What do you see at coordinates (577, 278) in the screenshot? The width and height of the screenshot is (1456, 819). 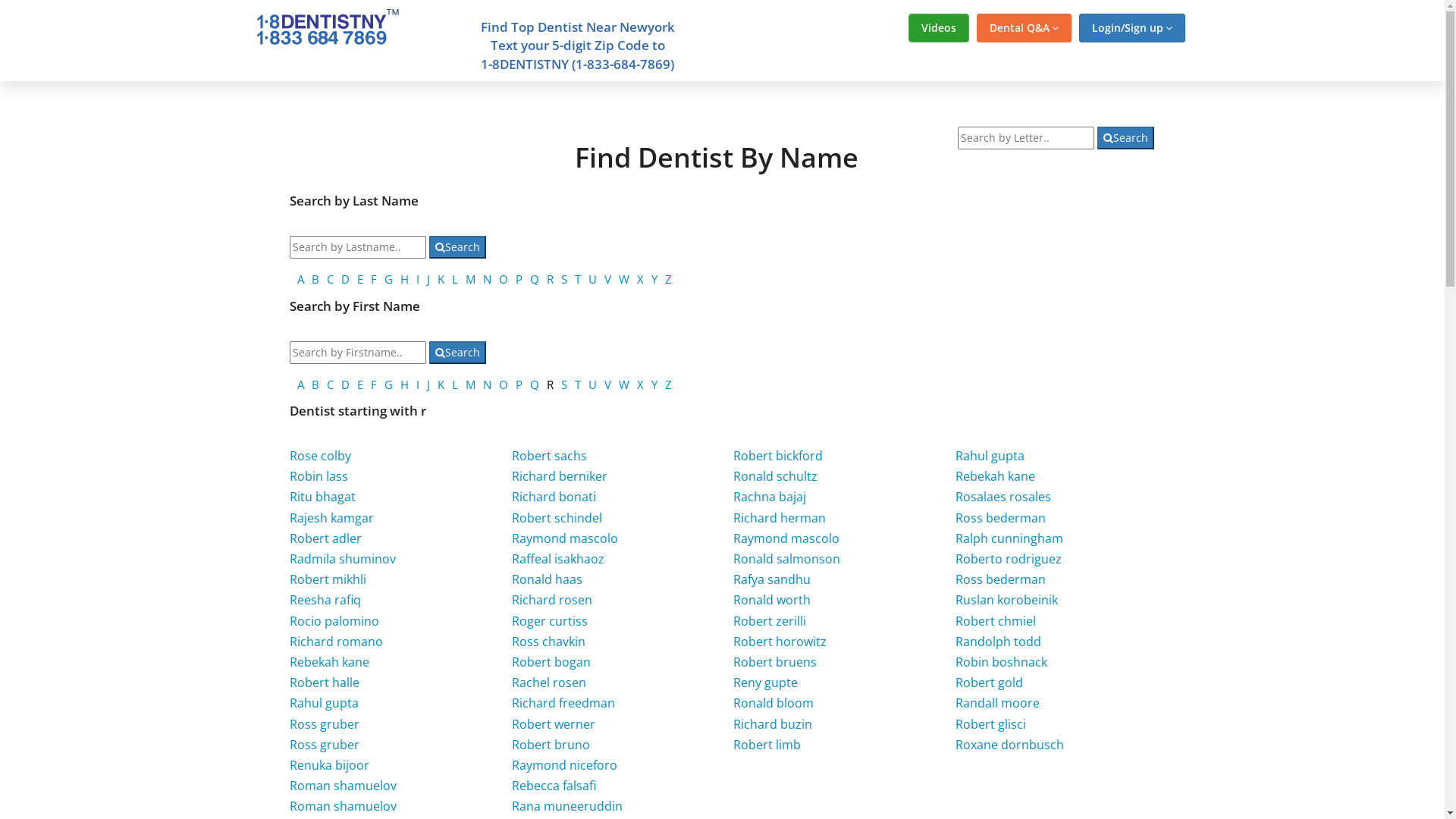 I see `'T'` at bounding box center [577, 278].